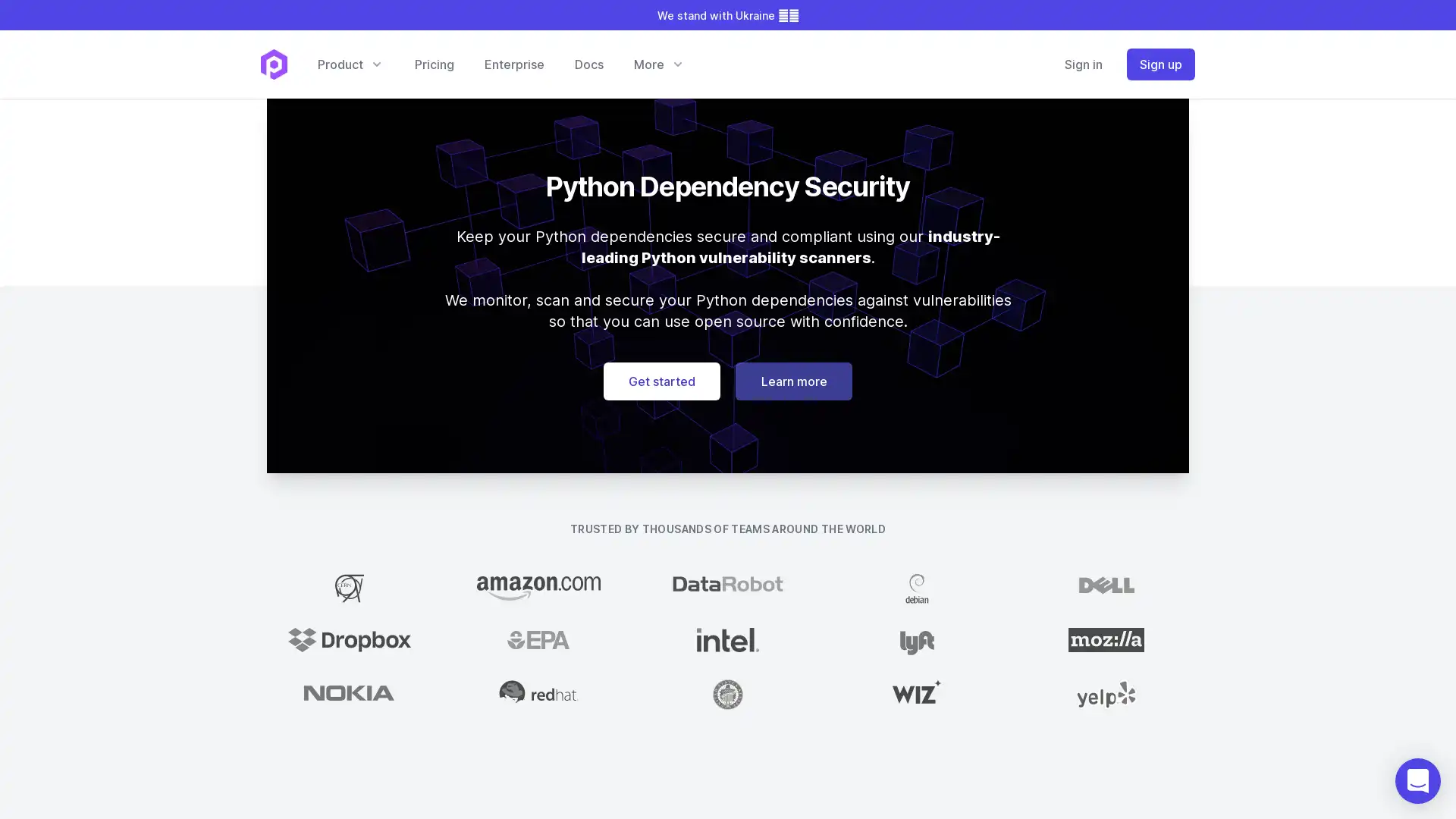 The height and width of the screenshot is (819, 1456). I want to click on More, so click(658, 63).